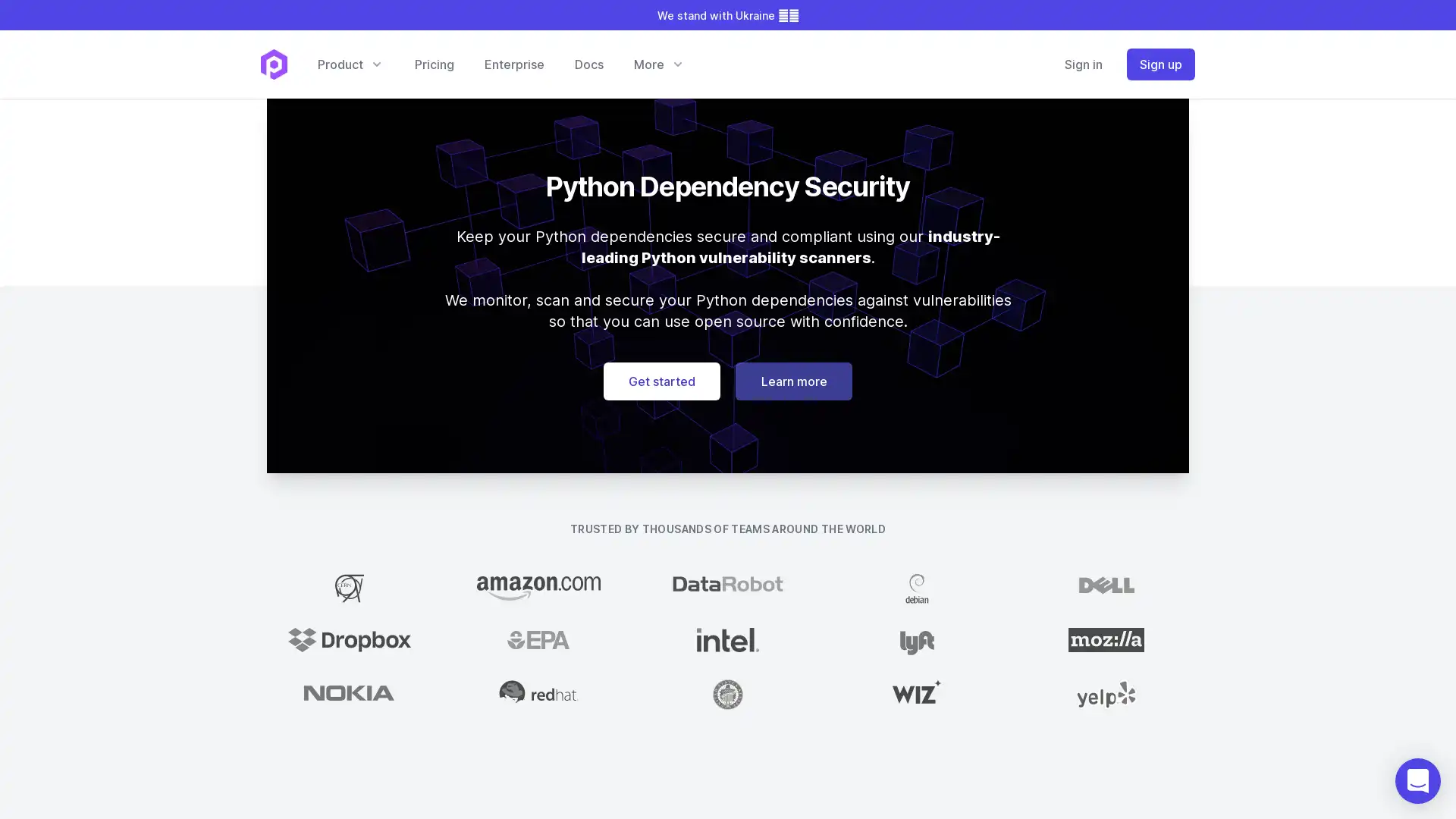 The height and width of the screenshot is (819, 1456). I want to click on More, so click(658, 63).